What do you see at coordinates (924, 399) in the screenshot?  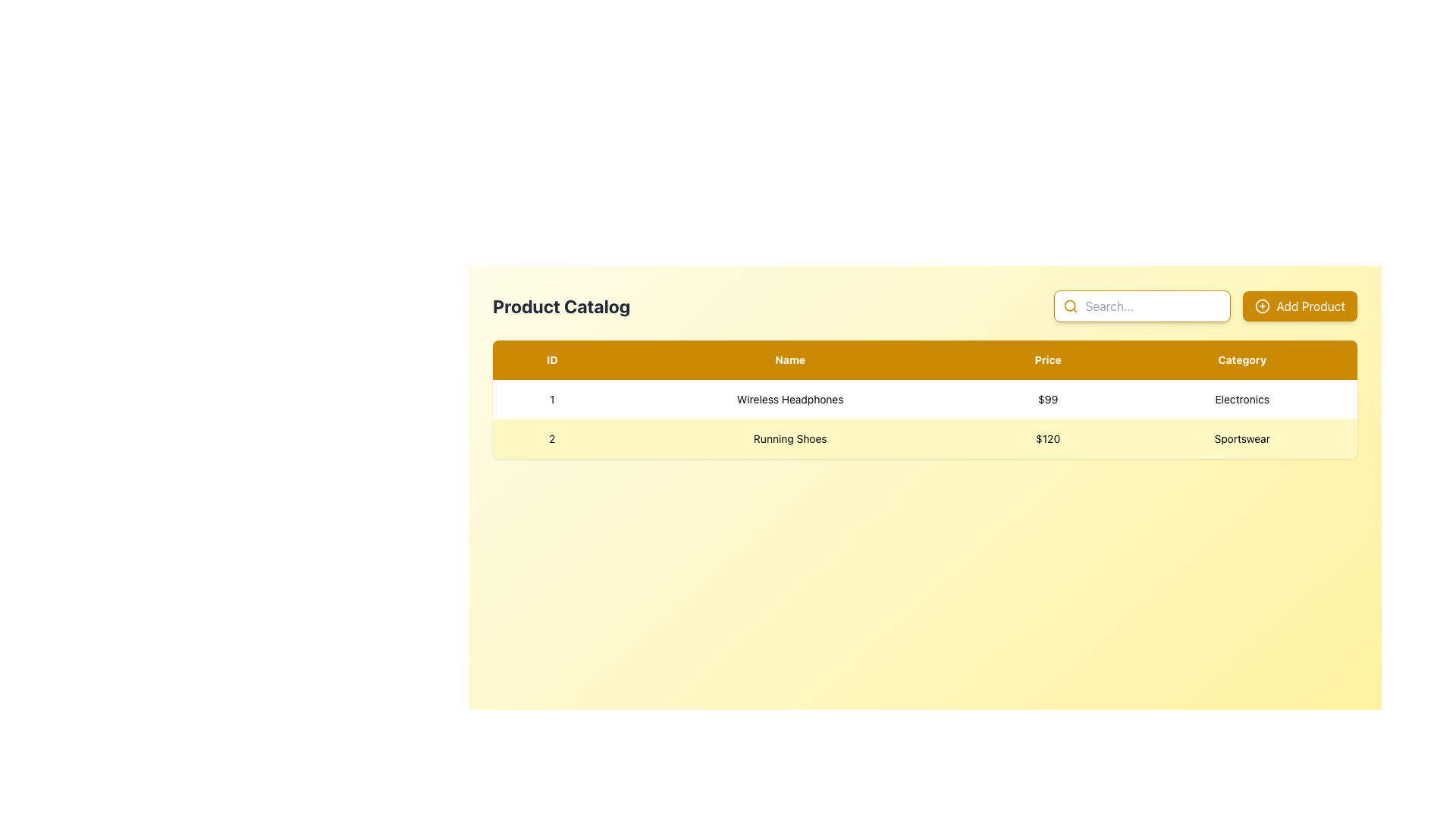 I see `the first row of the product table, which displays 'Wireless Headphones', to interact with the product listing` at bounding box center [924, 399].